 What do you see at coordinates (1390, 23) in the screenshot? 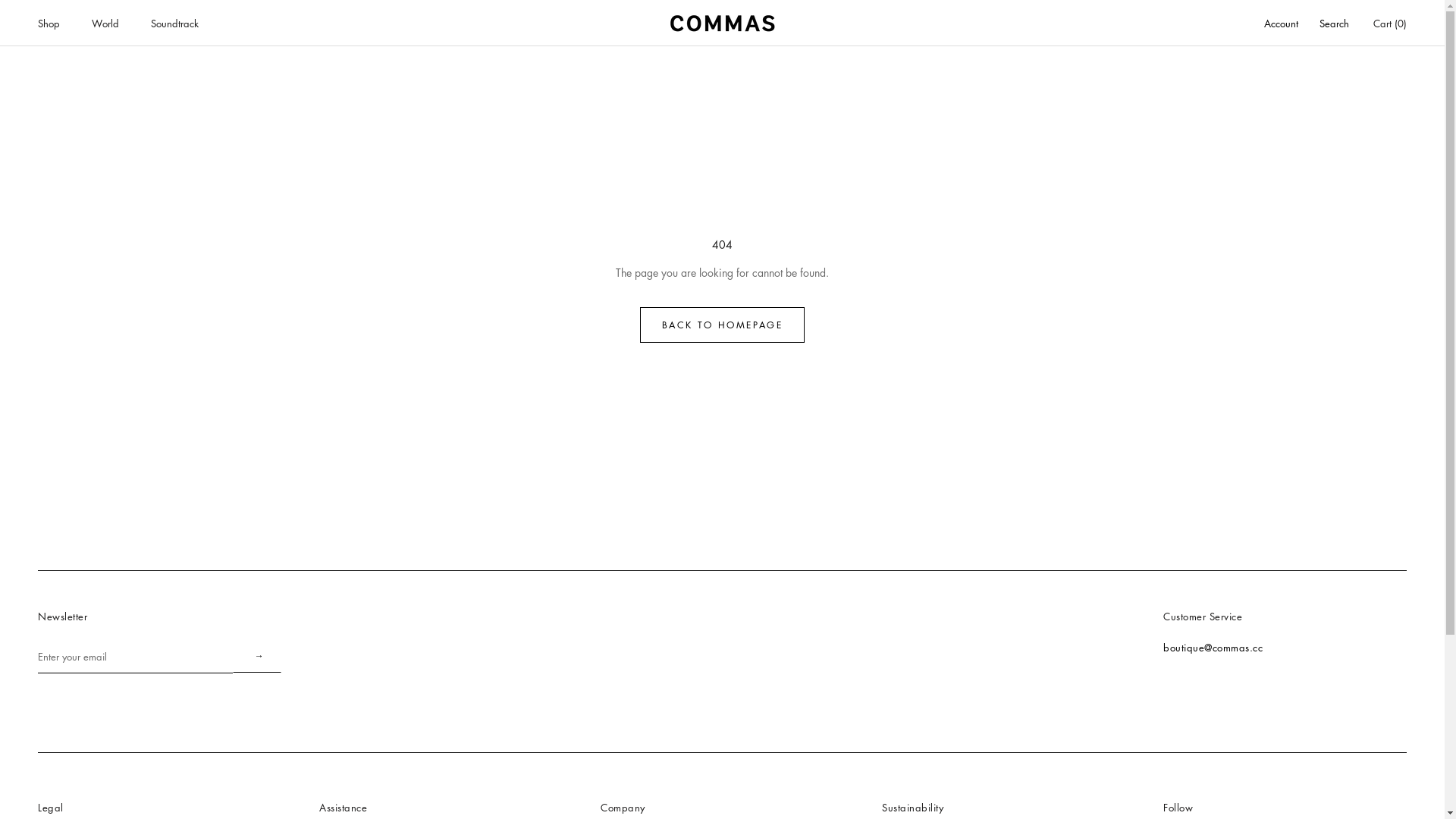
I see `'Cart (0)'` at bounding box center [1390, 23].